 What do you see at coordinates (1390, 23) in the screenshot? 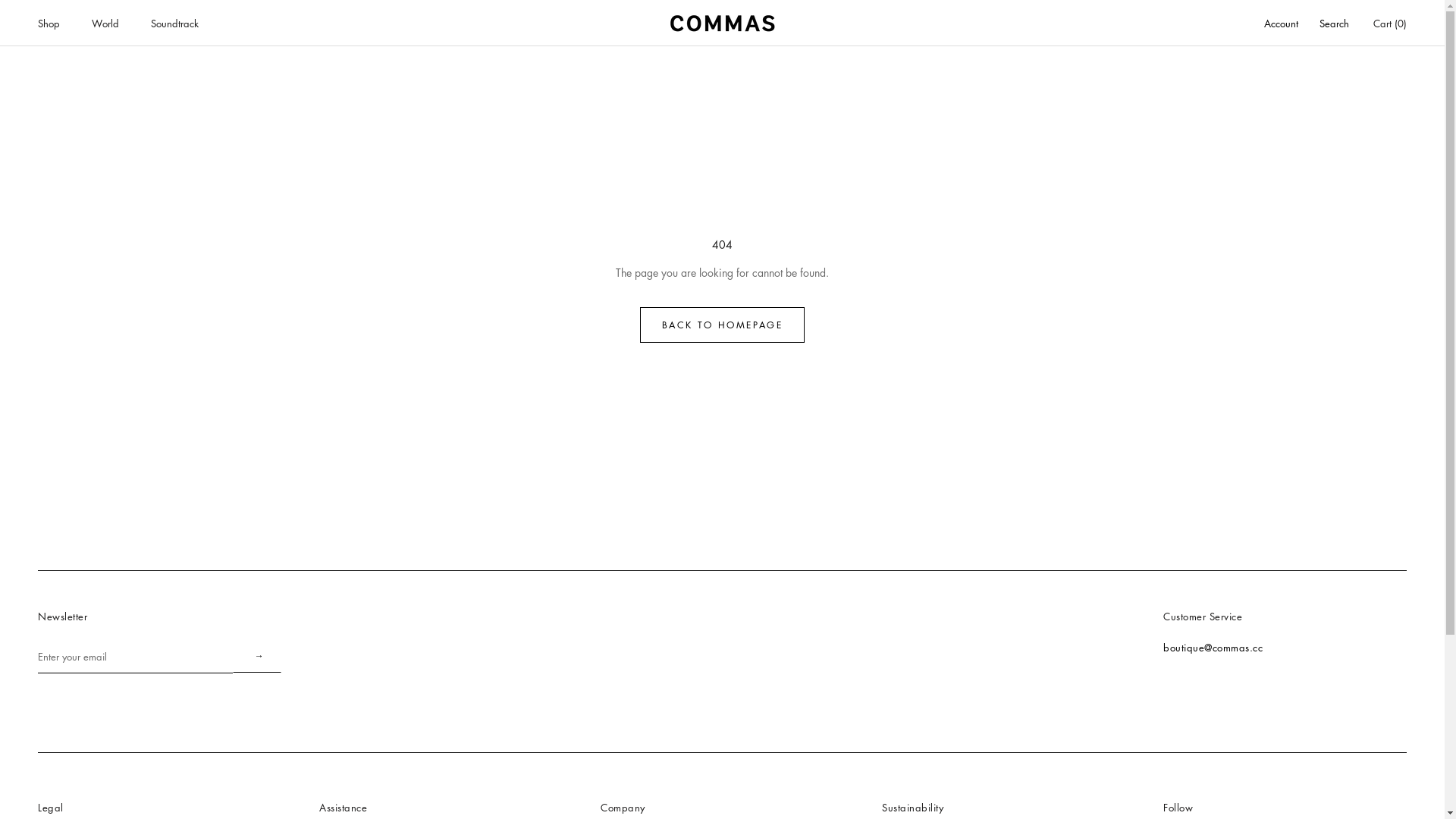
I see `'Cart (0)'` at bounding box center [1390, 23].